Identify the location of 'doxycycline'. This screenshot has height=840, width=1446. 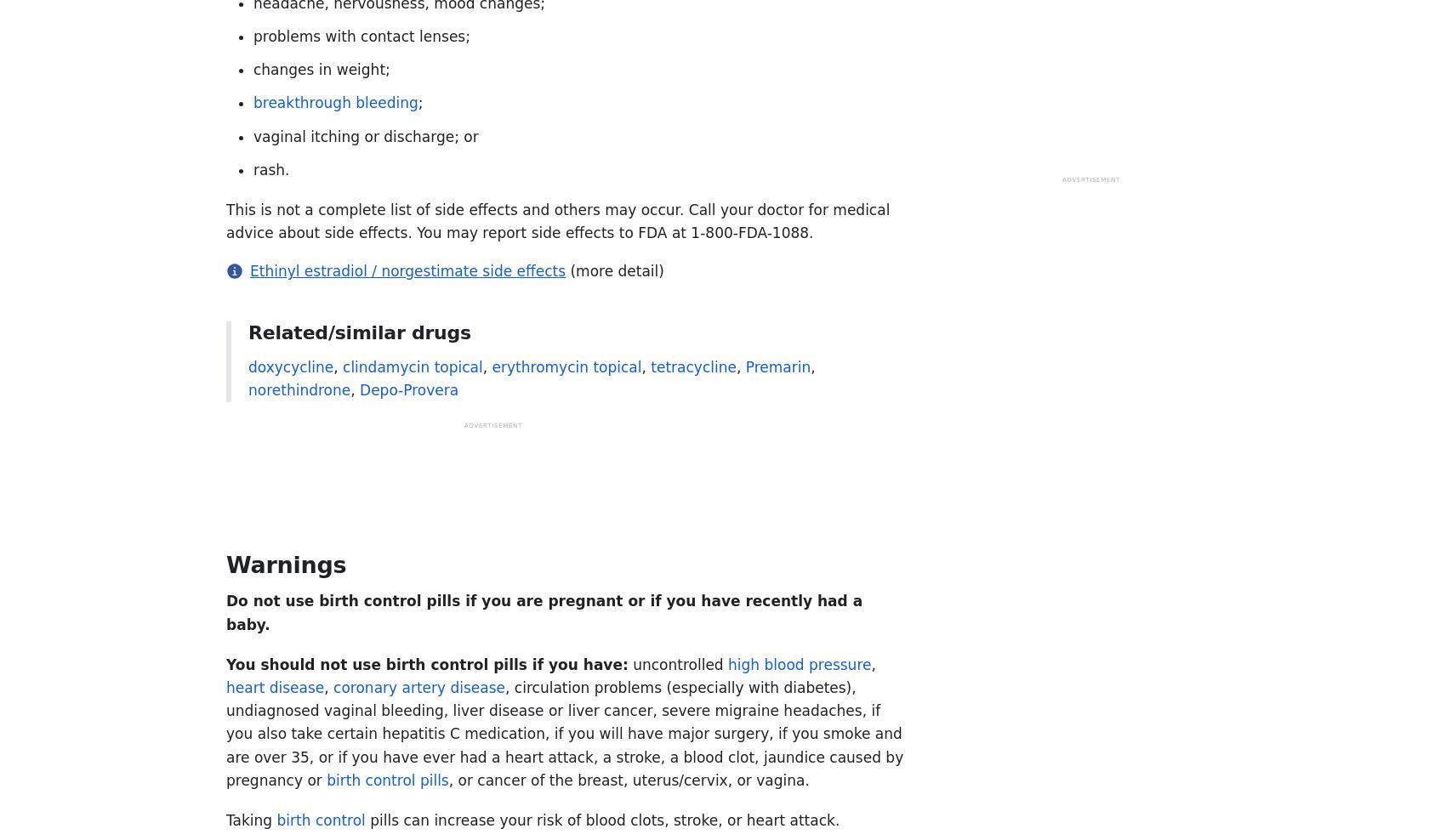
(290, 365).